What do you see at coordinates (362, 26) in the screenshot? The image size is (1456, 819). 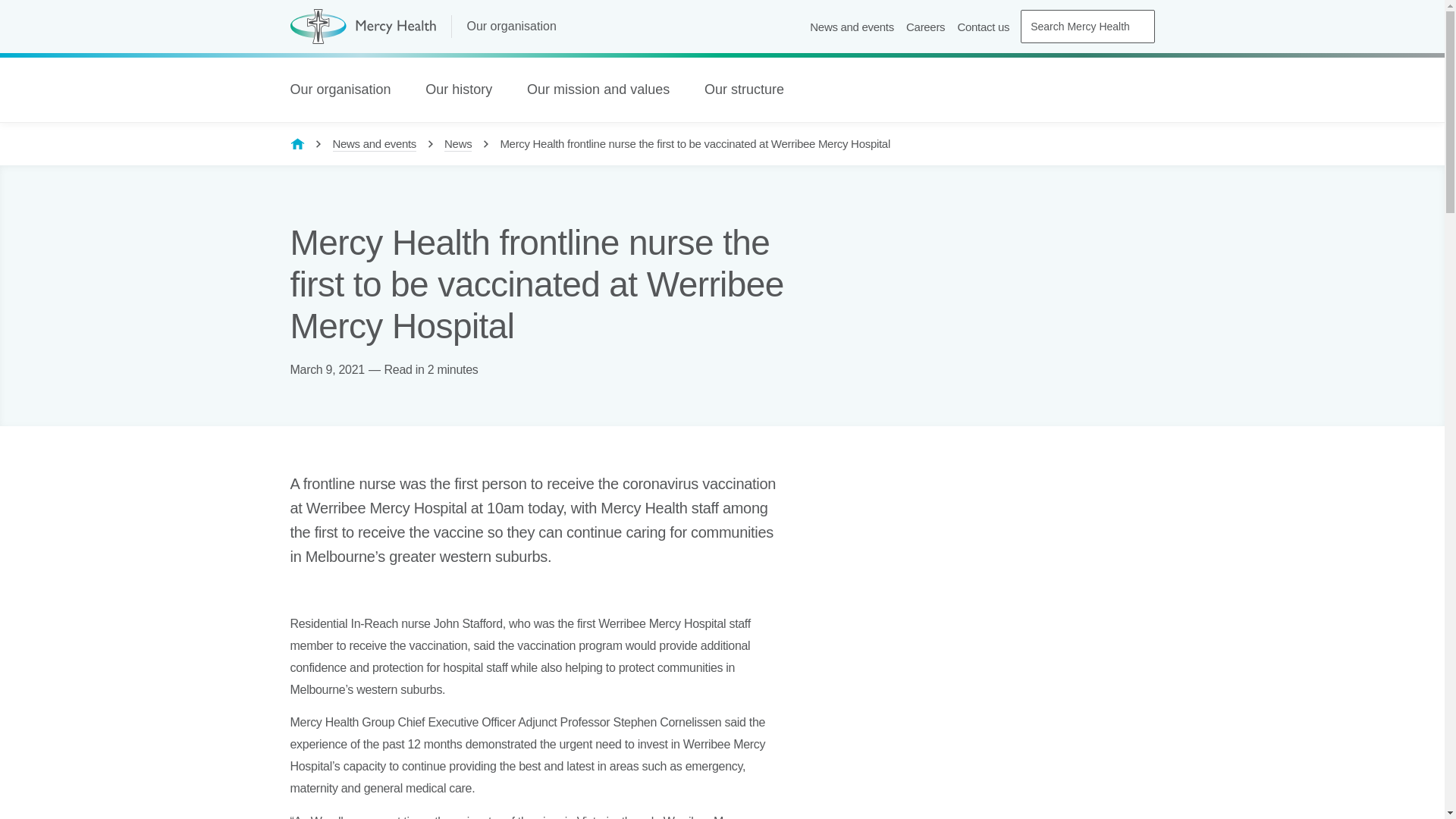 I see `'Mercy Health (home page)'` at bounding box center [362, 26].